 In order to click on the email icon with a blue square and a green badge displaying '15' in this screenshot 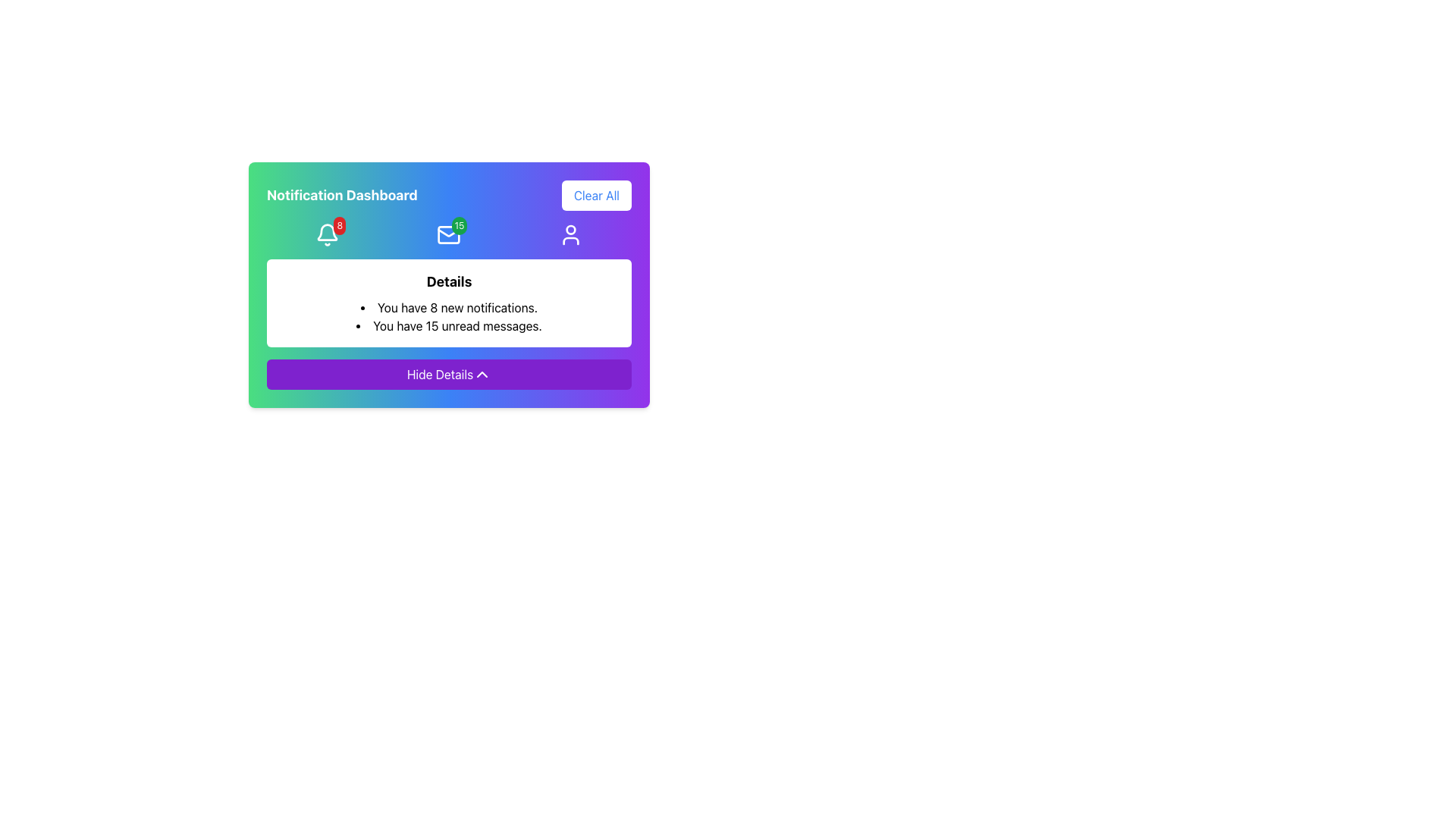, I will do `click(448, 234)`.